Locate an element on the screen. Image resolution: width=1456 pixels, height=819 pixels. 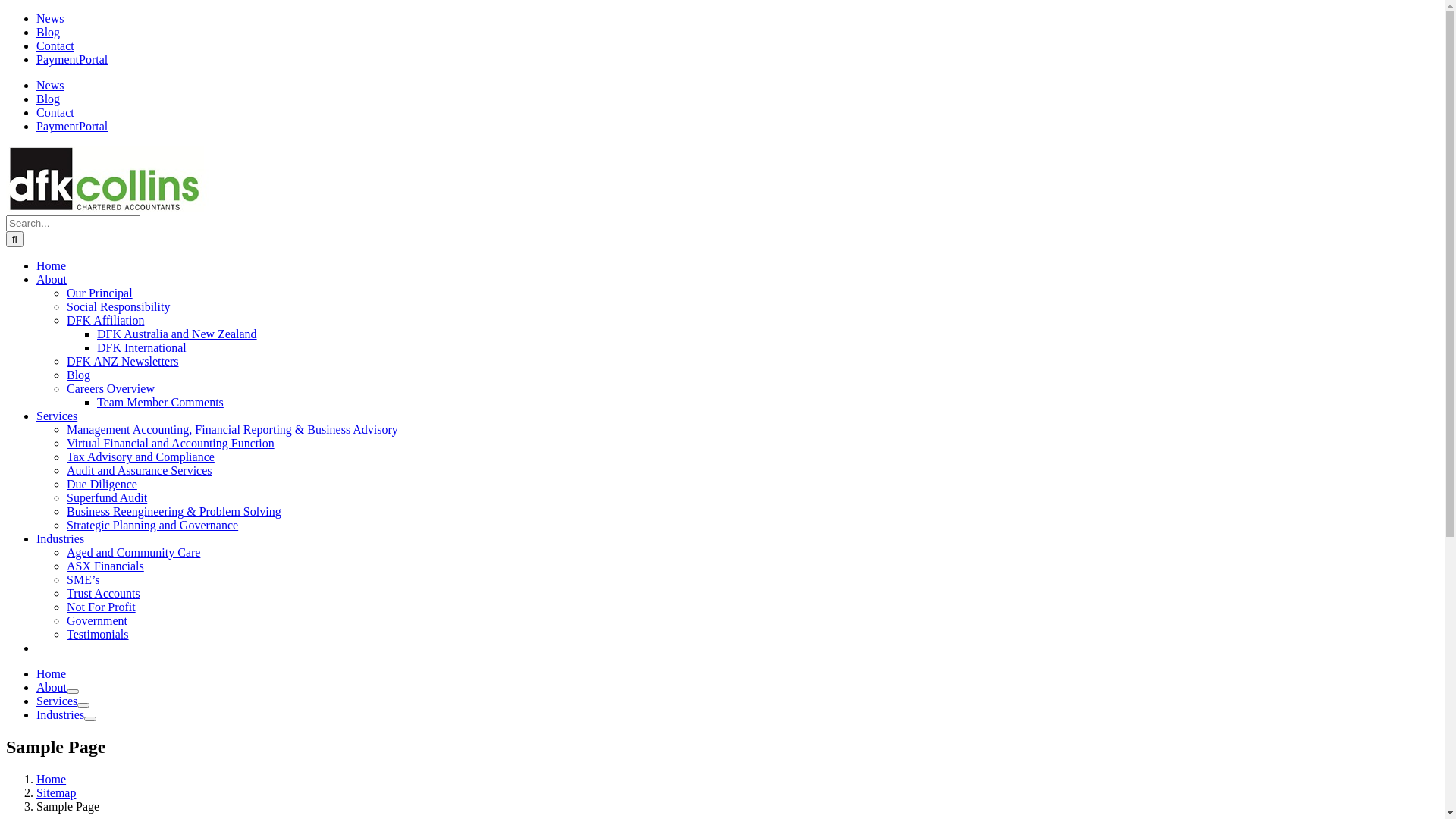
'Skip to content' is located at coordinates (5, 11).